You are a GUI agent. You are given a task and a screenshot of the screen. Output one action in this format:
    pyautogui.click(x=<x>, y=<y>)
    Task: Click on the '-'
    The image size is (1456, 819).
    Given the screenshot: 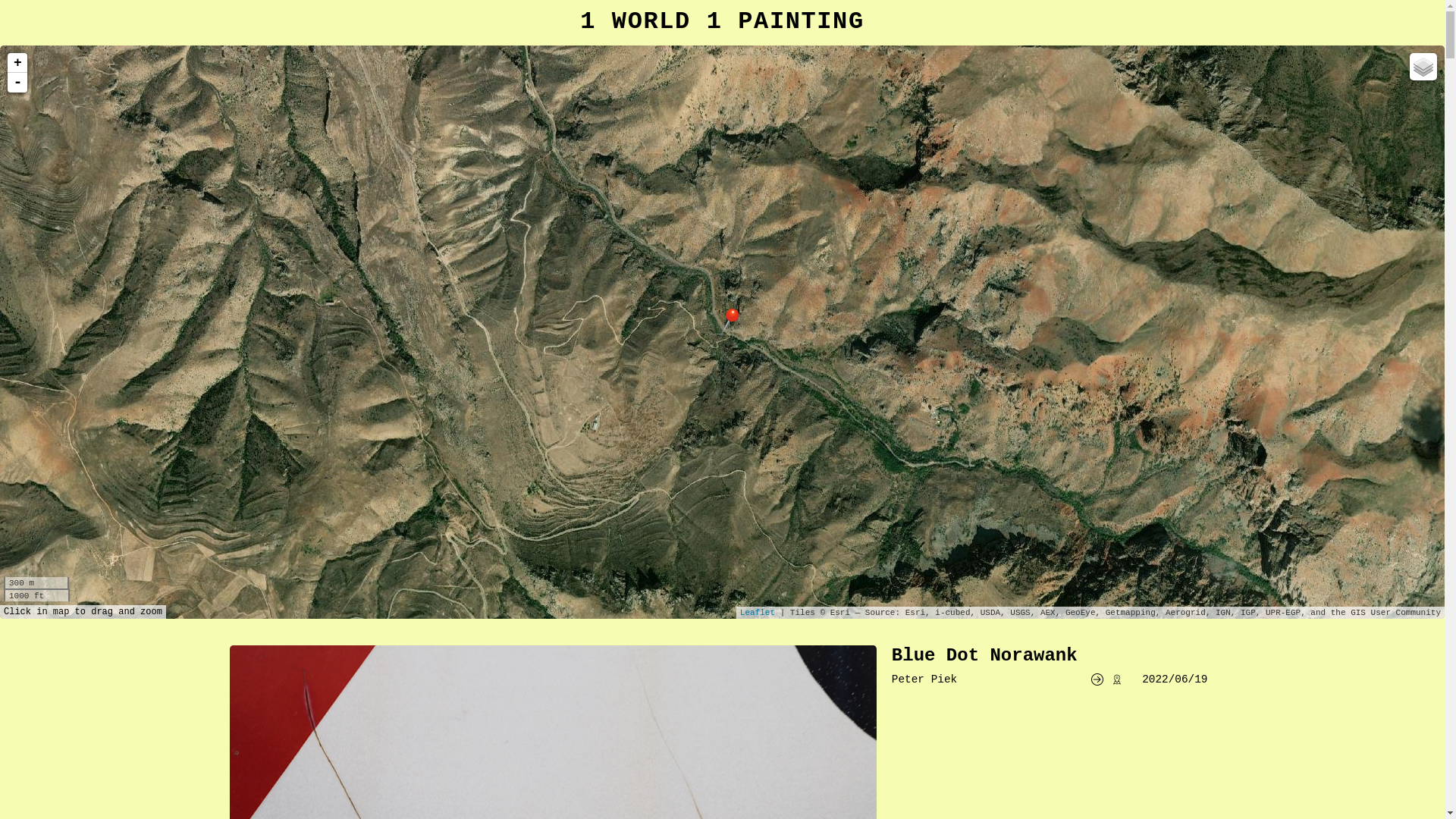 What is the action you would take?
    pyautogui.click(x=17, y=82)
    